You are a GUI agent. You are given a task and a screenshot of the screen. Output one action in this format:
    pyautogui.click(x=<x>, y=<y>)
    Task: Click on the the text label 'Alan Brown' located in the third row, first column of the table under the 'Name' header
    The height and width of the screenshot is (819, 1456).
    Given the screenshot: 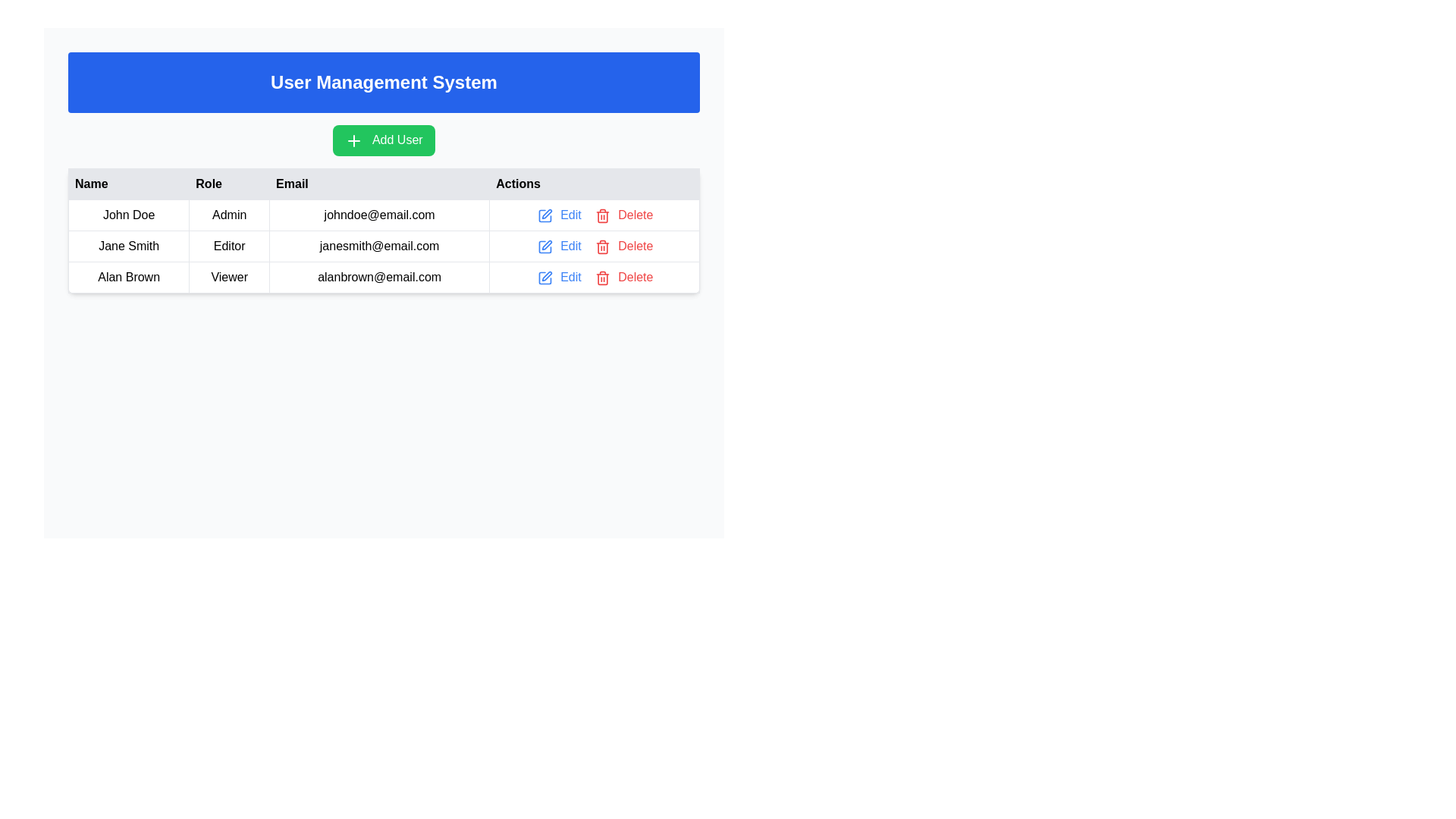 What is the action you would take?
    pyautogui.click(x=129, y=277)
    